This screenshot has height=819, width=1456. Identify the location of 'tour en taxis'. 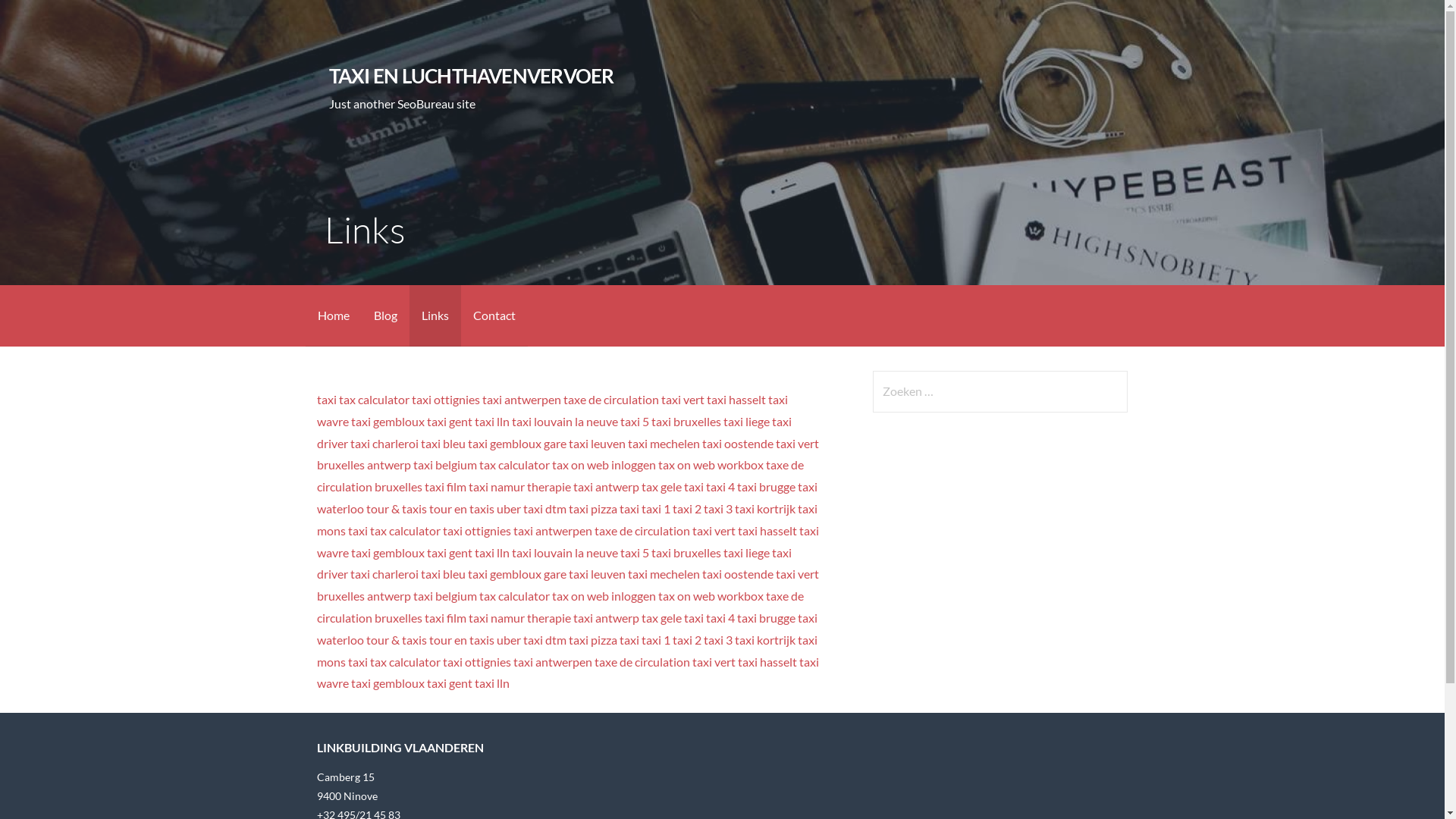
(461, 508).